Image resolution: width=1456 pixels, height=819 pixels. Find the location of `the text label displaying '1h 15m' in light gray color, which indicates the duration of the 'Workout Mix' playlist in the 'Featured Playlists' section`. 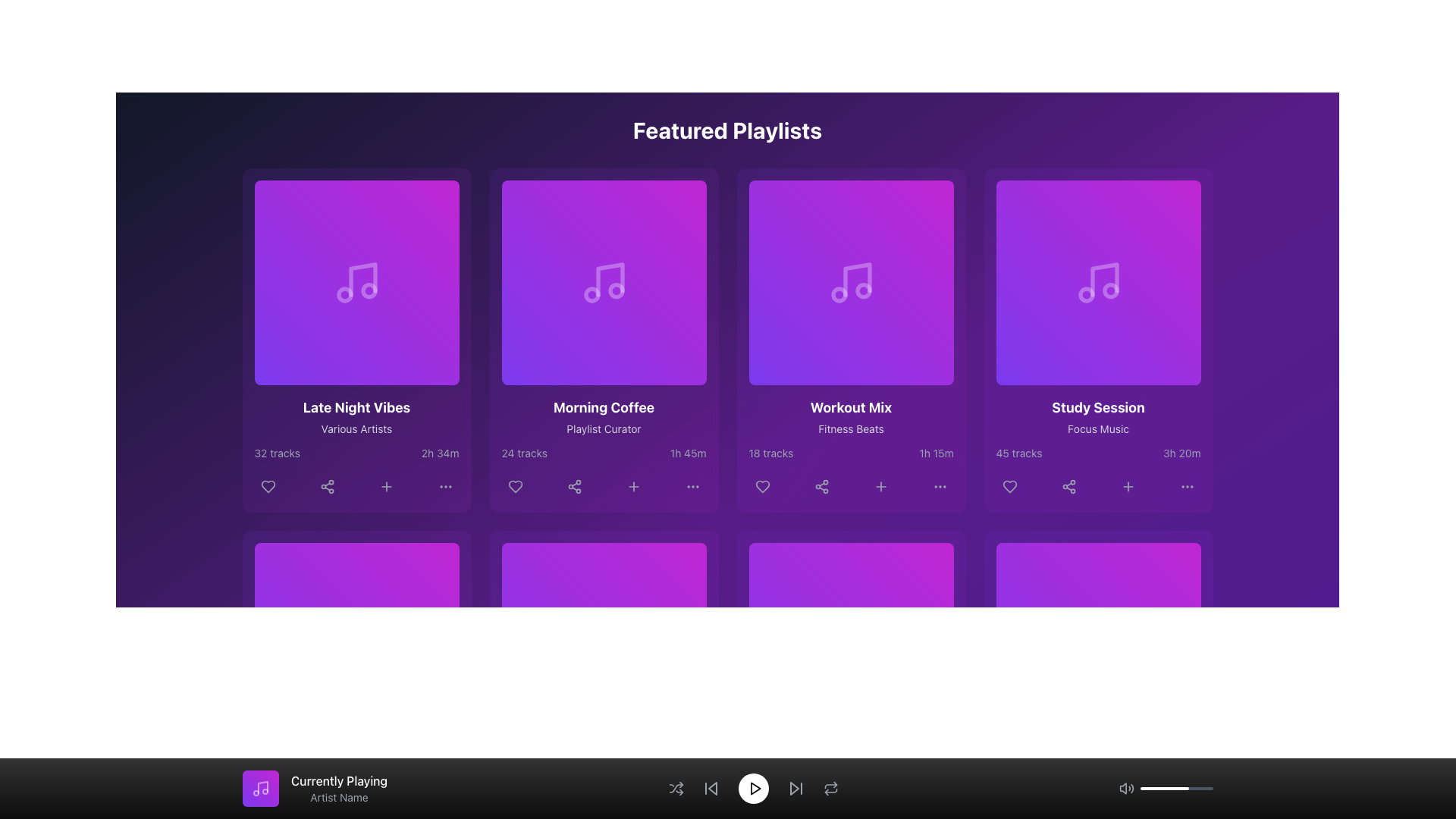

the text label displaying '1h 15m' in light gray color, which indicates the duration of the 'Workout Mix' playlist in the 'Featured Playlists' section is located at coordinates (935, 452).